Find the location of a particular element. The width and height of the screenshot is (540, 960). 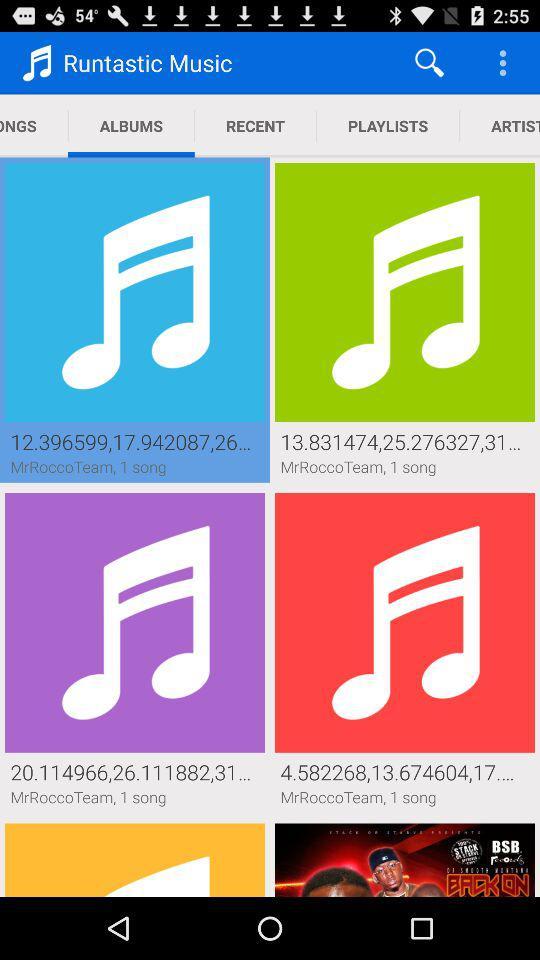

the playlists item is located at coordinates (388, 125).